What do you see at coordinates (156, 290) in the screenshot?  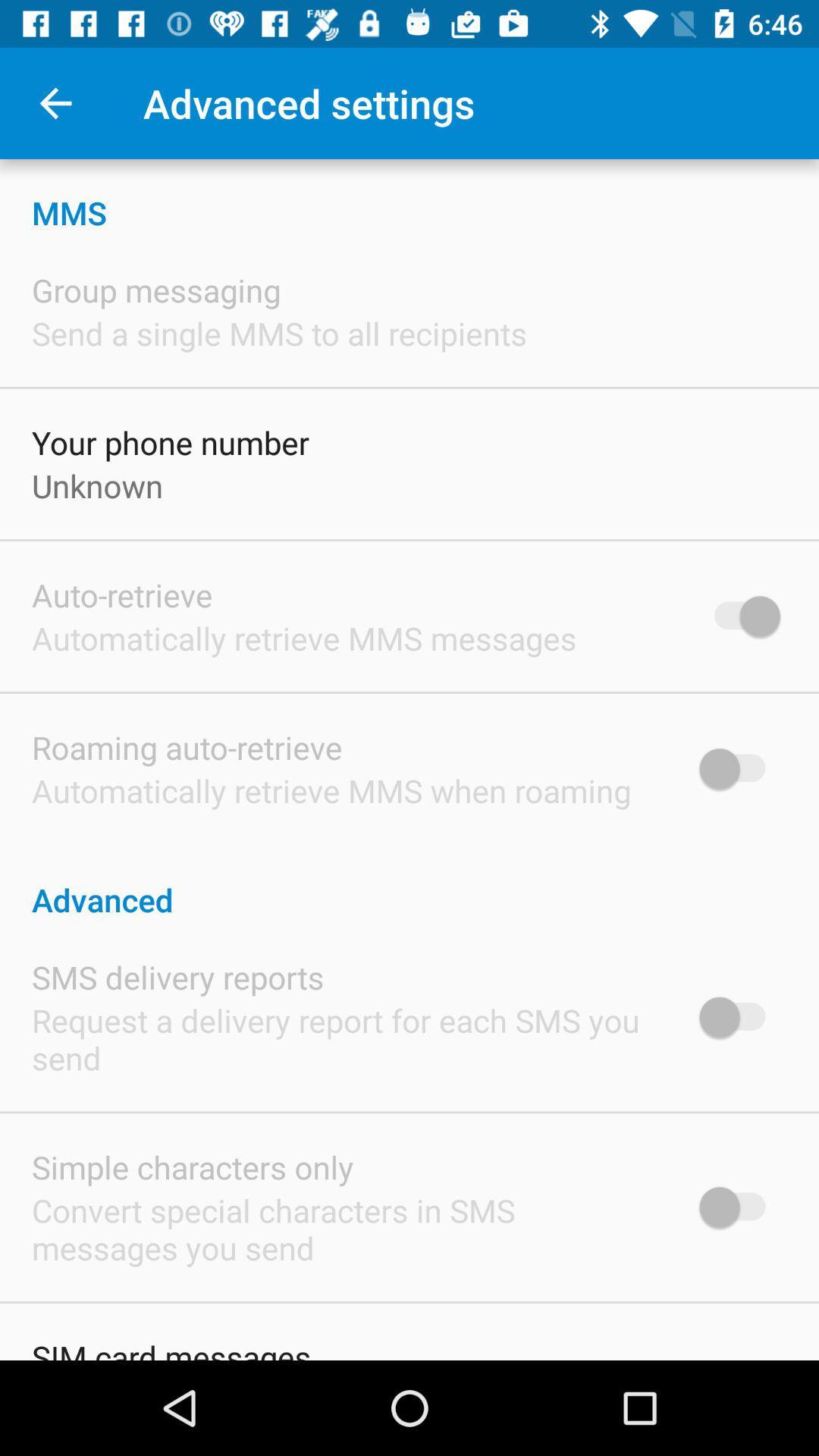 I see `item above send a single item` at bounding box center [156, 290].